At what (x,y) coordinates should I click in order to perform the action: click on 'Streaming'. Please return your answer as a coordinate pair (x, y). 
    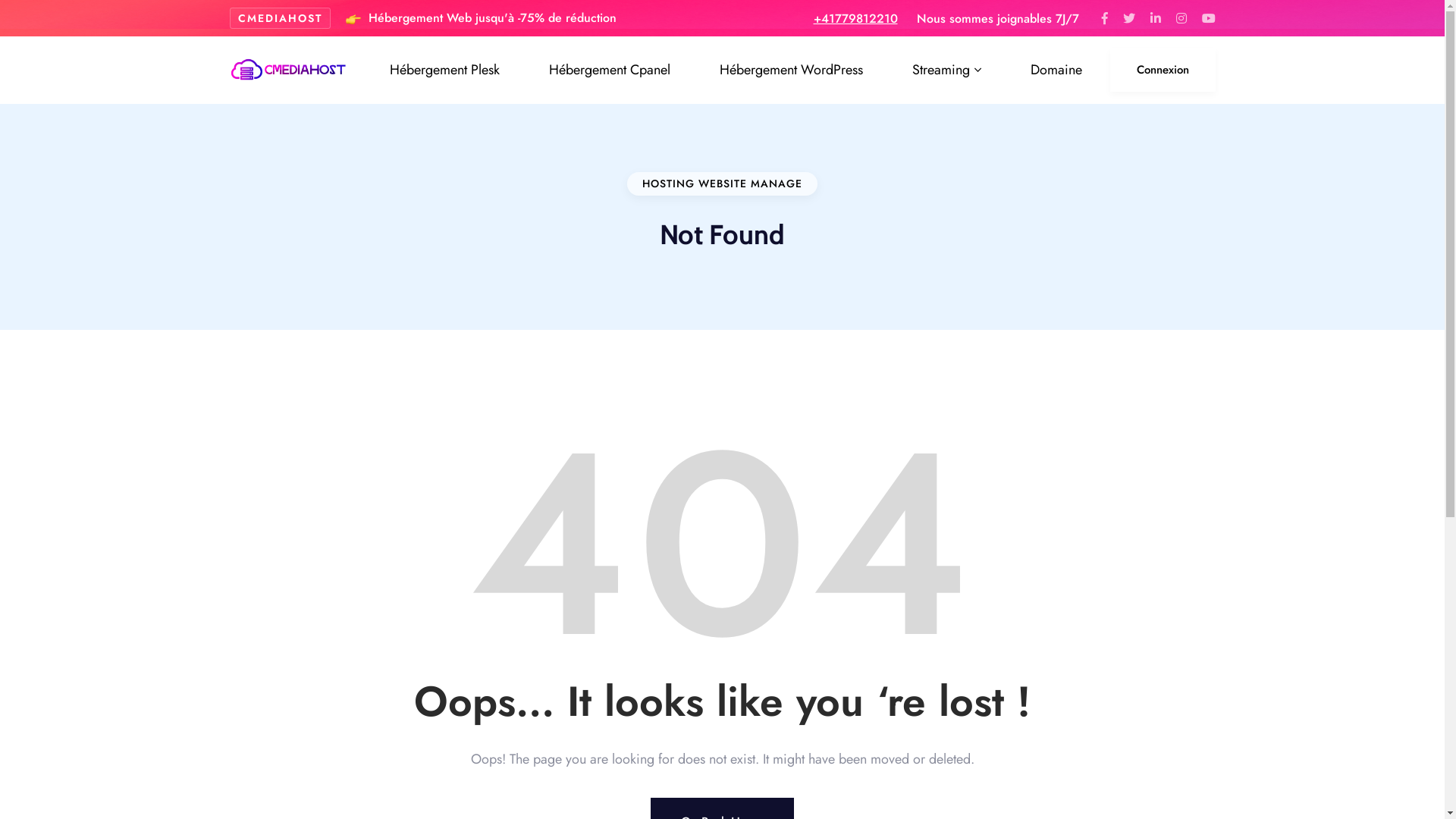
    Looking at the image, I should click on (901, 70).